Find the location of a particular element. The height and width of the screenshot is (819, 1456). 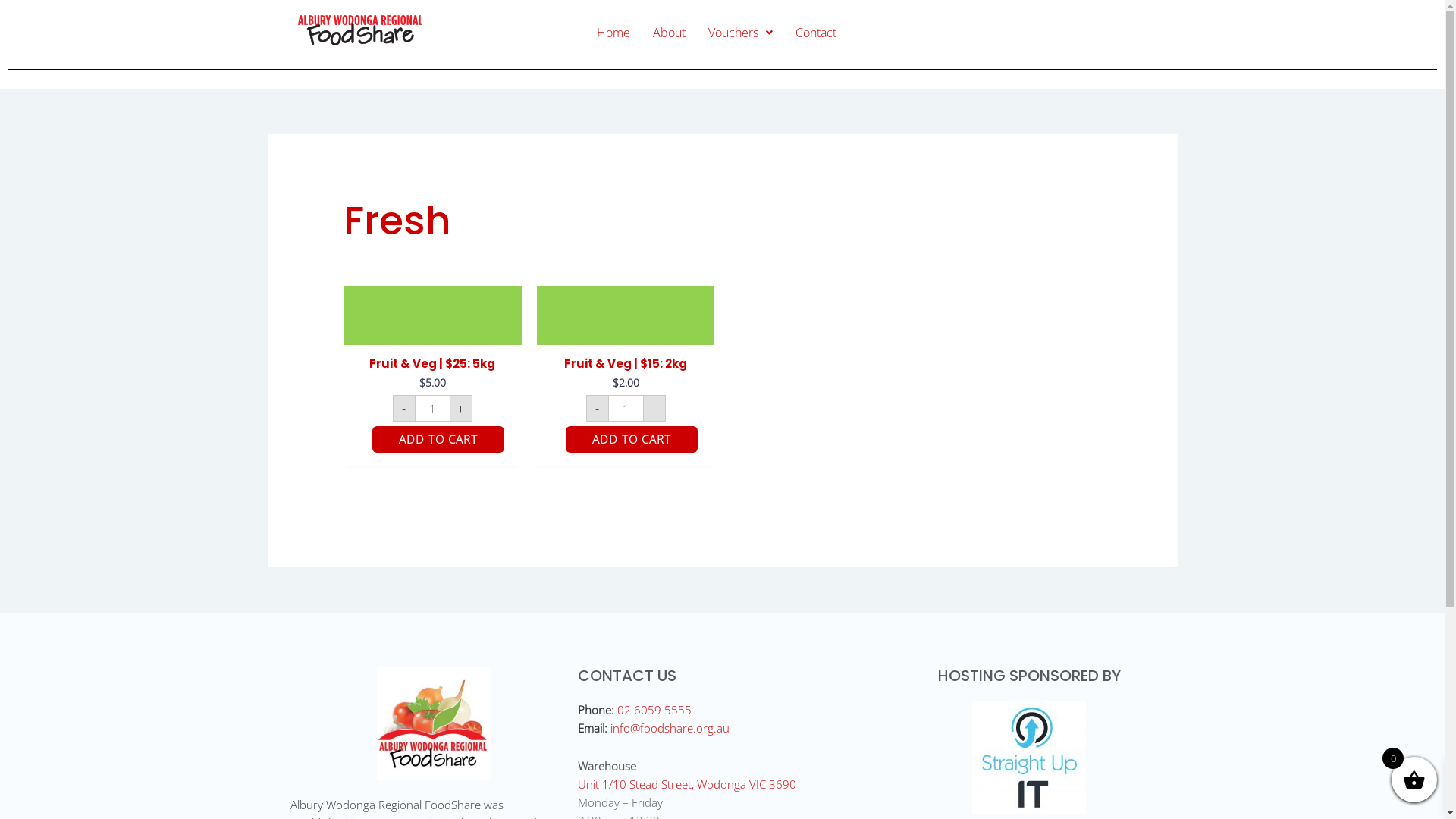

'About' is located at coordinates (668, 32).